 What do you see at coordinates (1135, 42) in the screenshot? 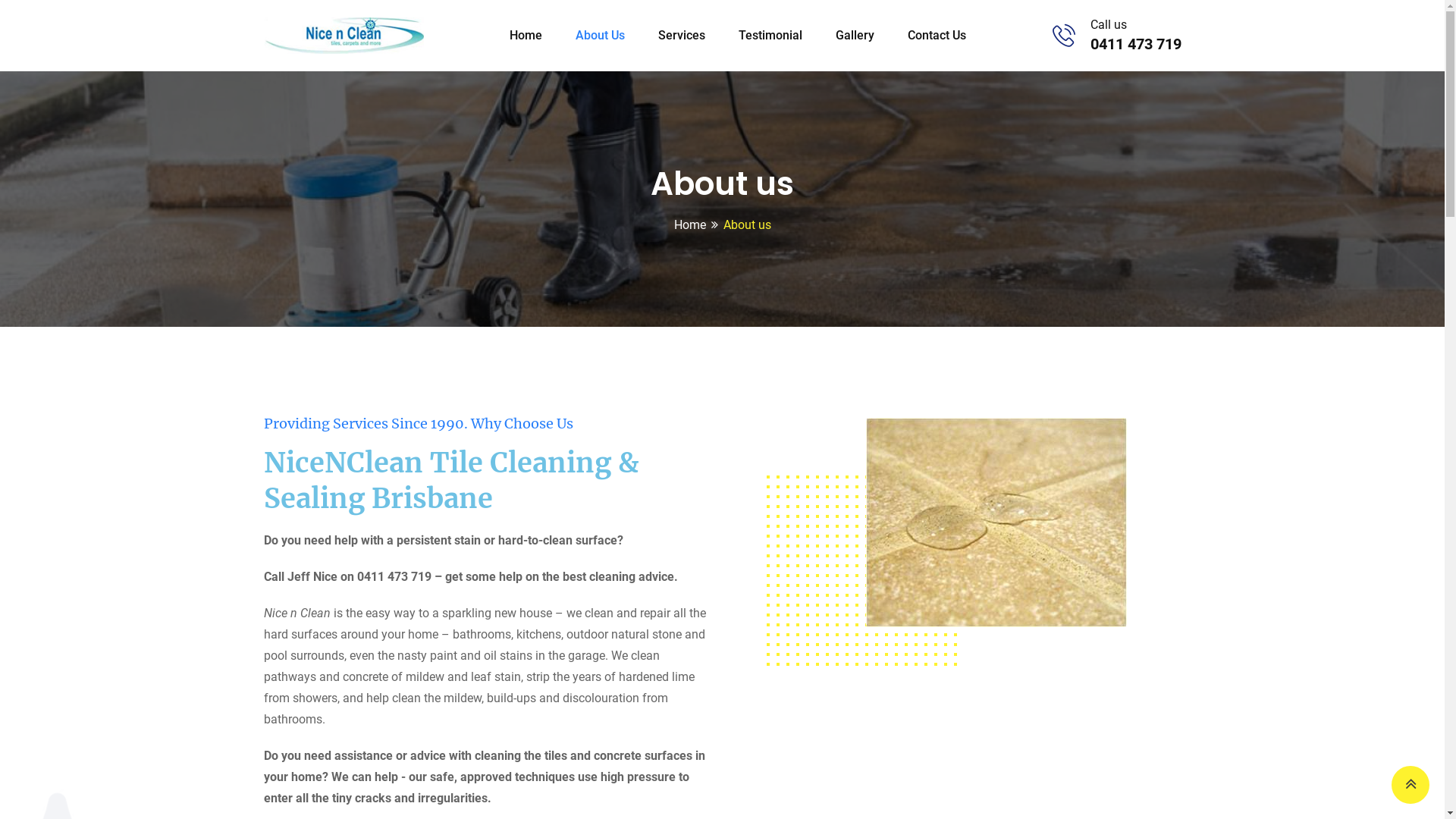
I see `'0411 473 719'` at bounding box center [1135, 42].